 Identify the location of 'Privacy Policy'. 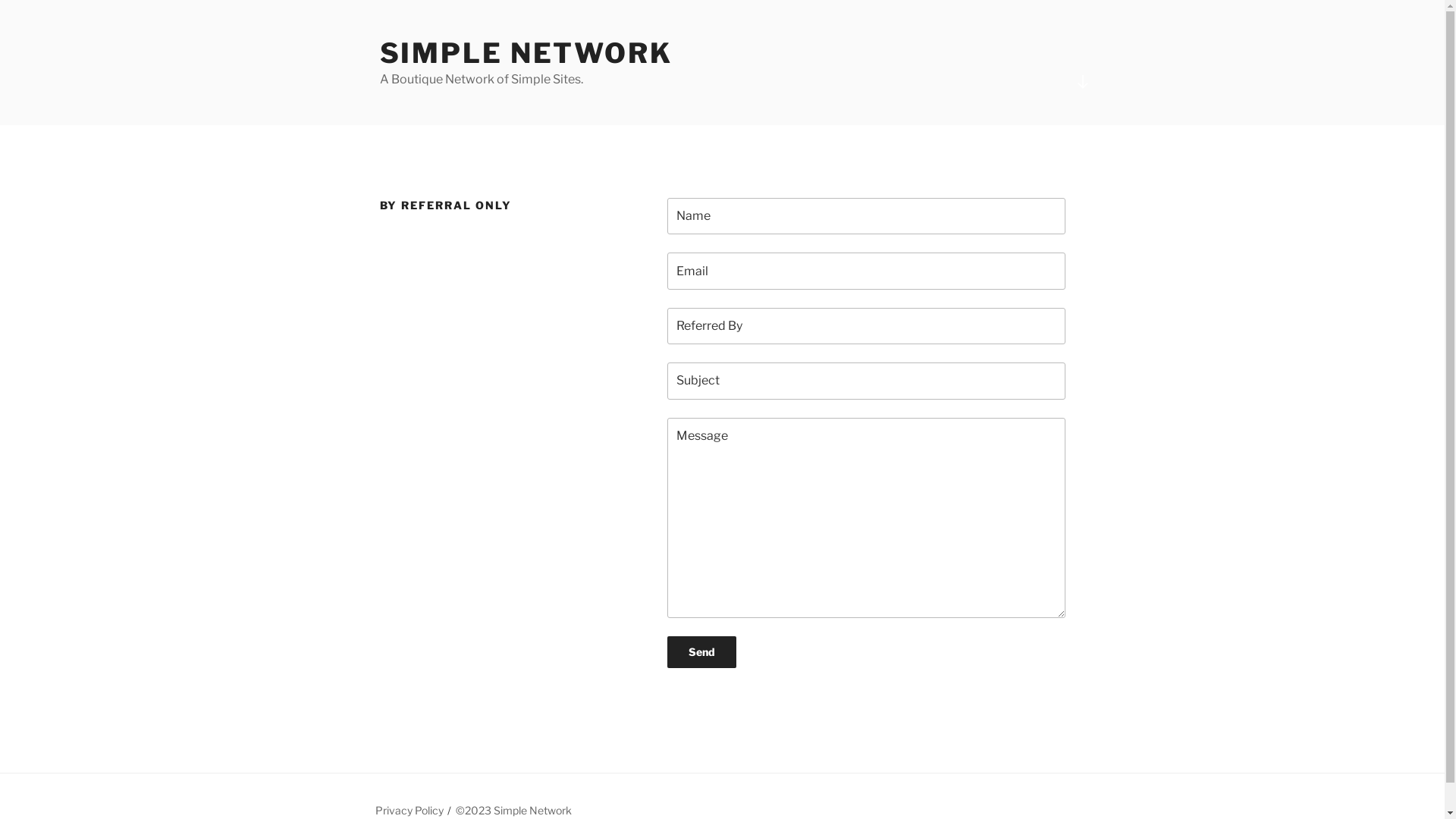
(408, 809).